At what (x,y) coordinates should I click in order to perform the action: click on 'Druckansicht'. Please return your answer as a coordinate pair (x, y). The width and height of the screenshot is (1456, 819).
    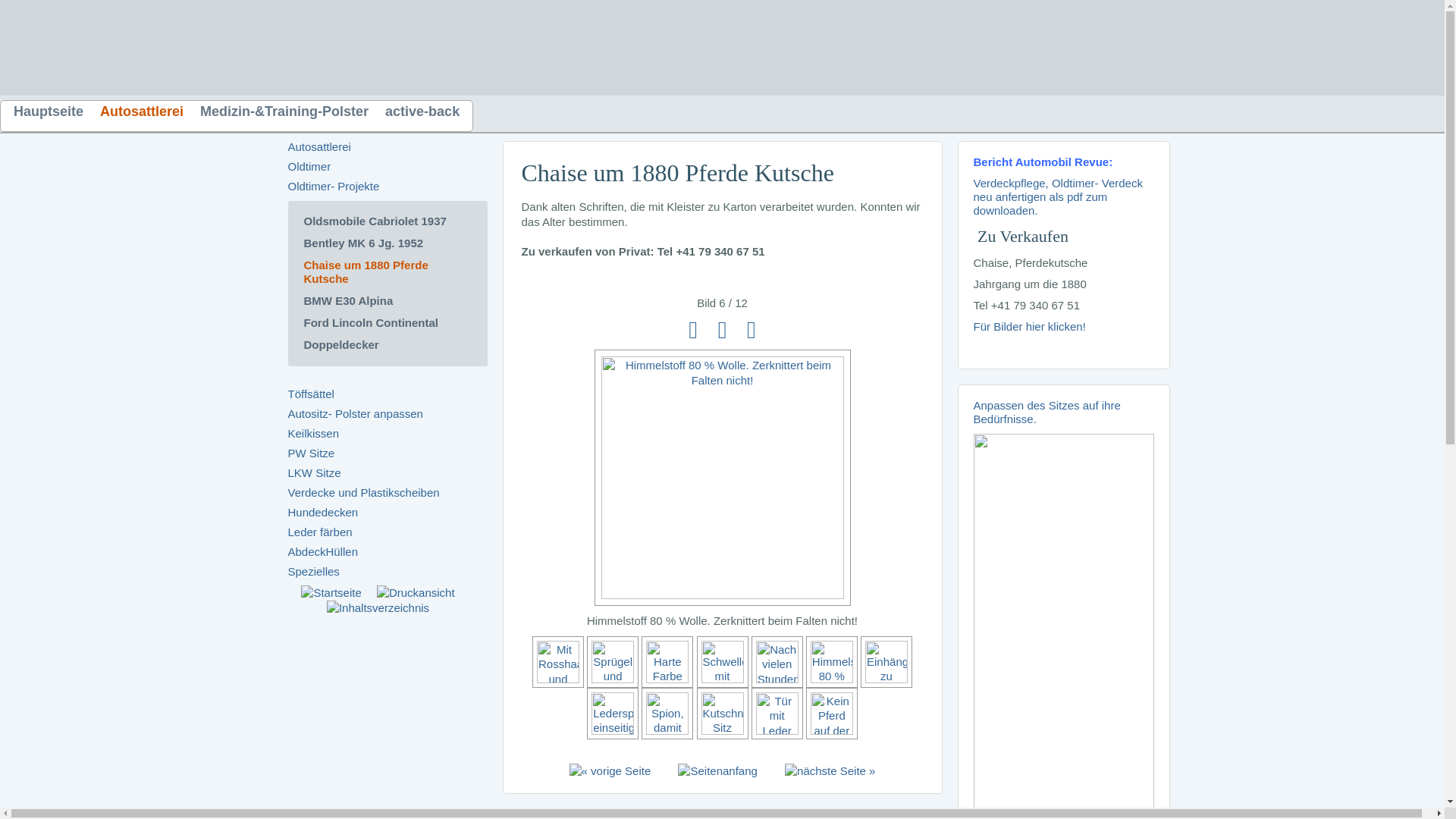
    Looking at the image, I should click on (416, 592).